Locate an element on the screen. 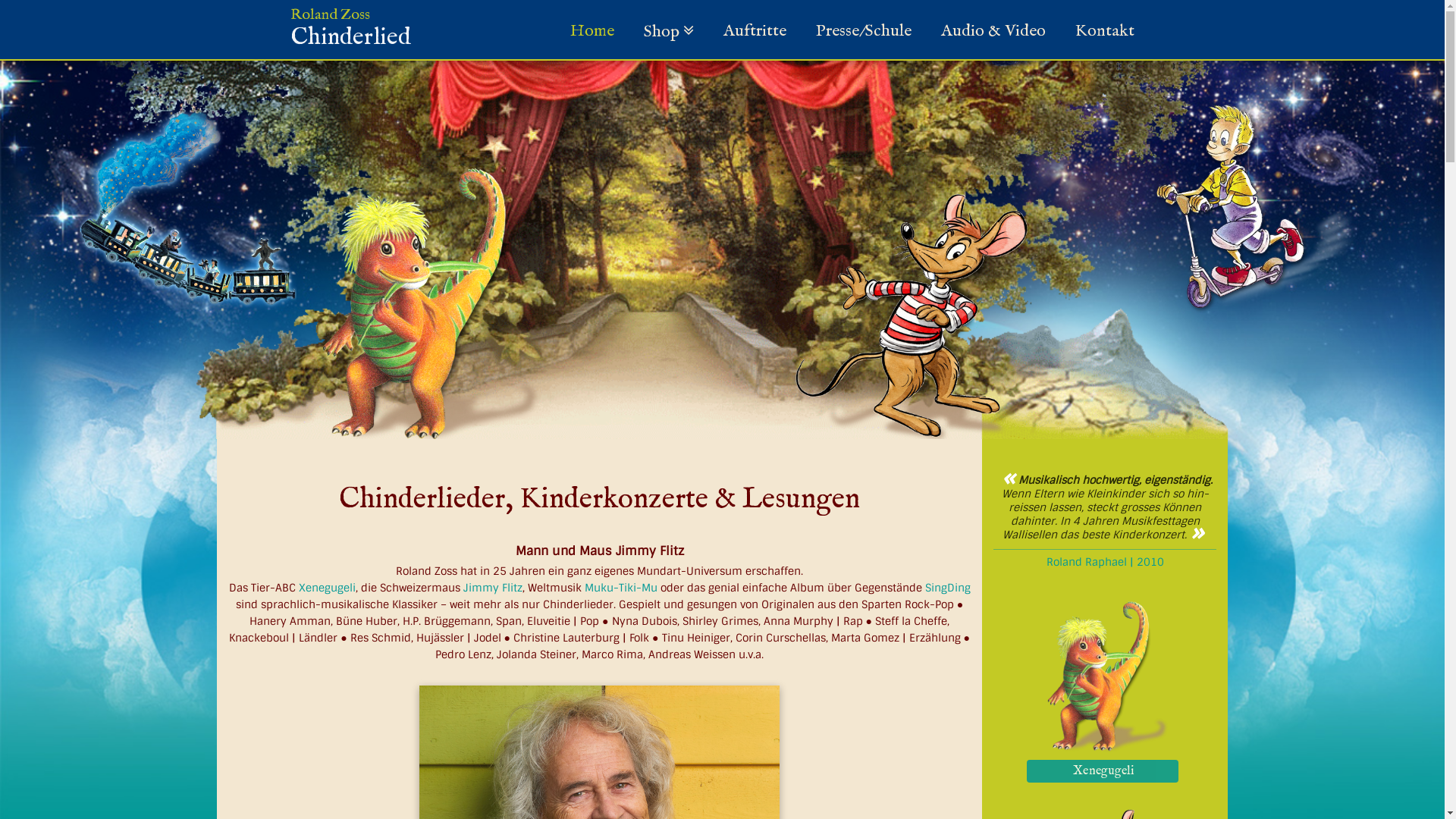 This screenshot has width=1456, height=819. 'Roland Zoss is located at coordinates (349, 34).